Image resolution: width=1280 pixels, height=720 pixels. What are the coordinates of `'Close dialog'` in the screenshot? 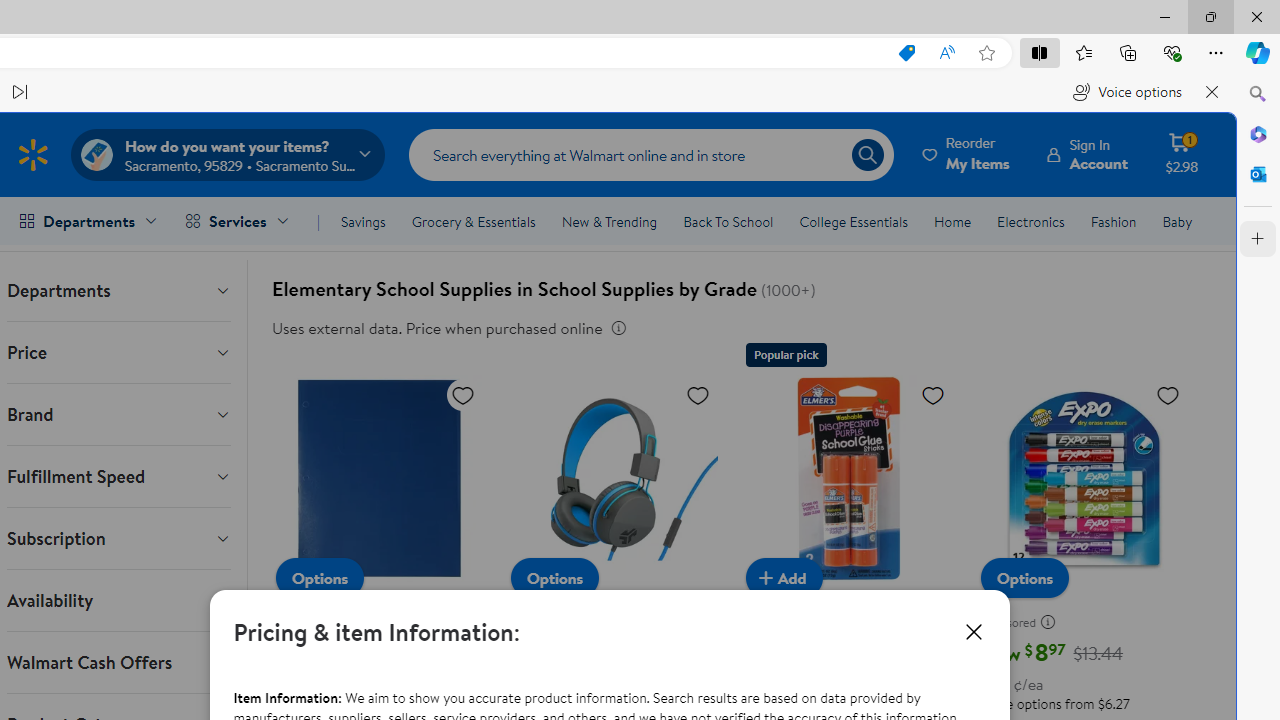 It's located at (974, 631).